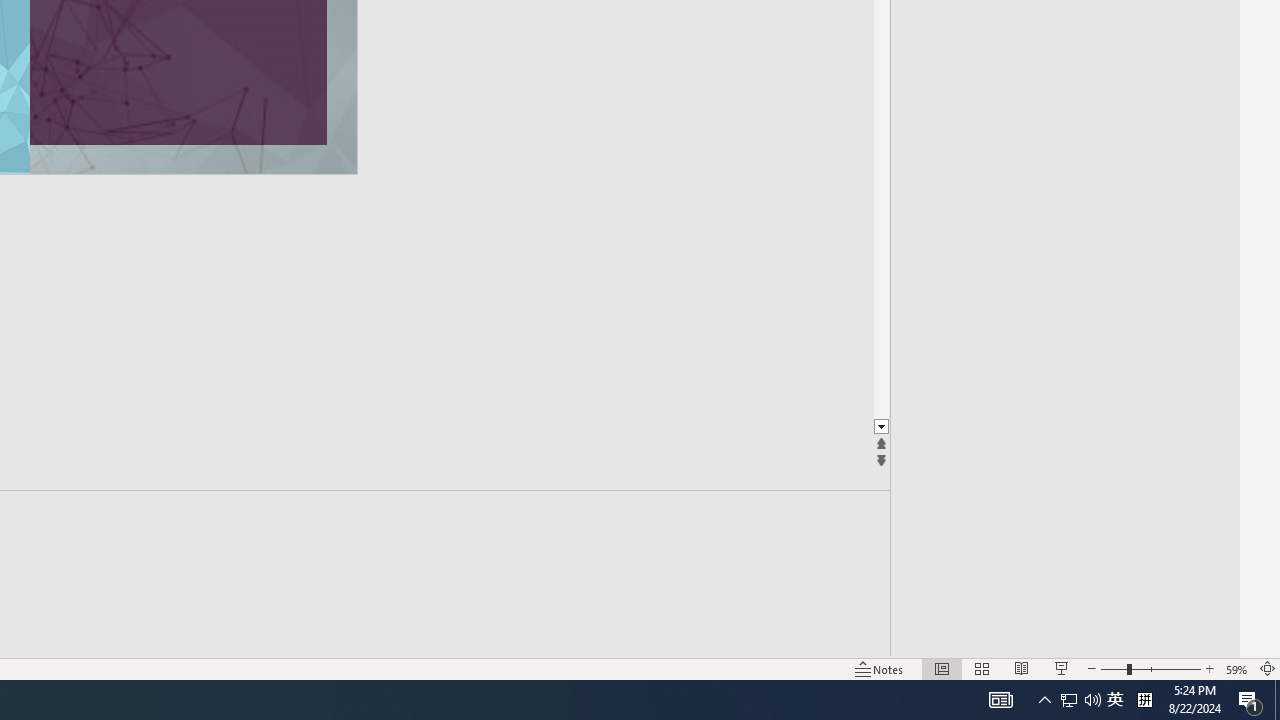  Describe the element at coordinates (1236, 669) in the screenshot. I see `'Zoom 59%'` at that location.